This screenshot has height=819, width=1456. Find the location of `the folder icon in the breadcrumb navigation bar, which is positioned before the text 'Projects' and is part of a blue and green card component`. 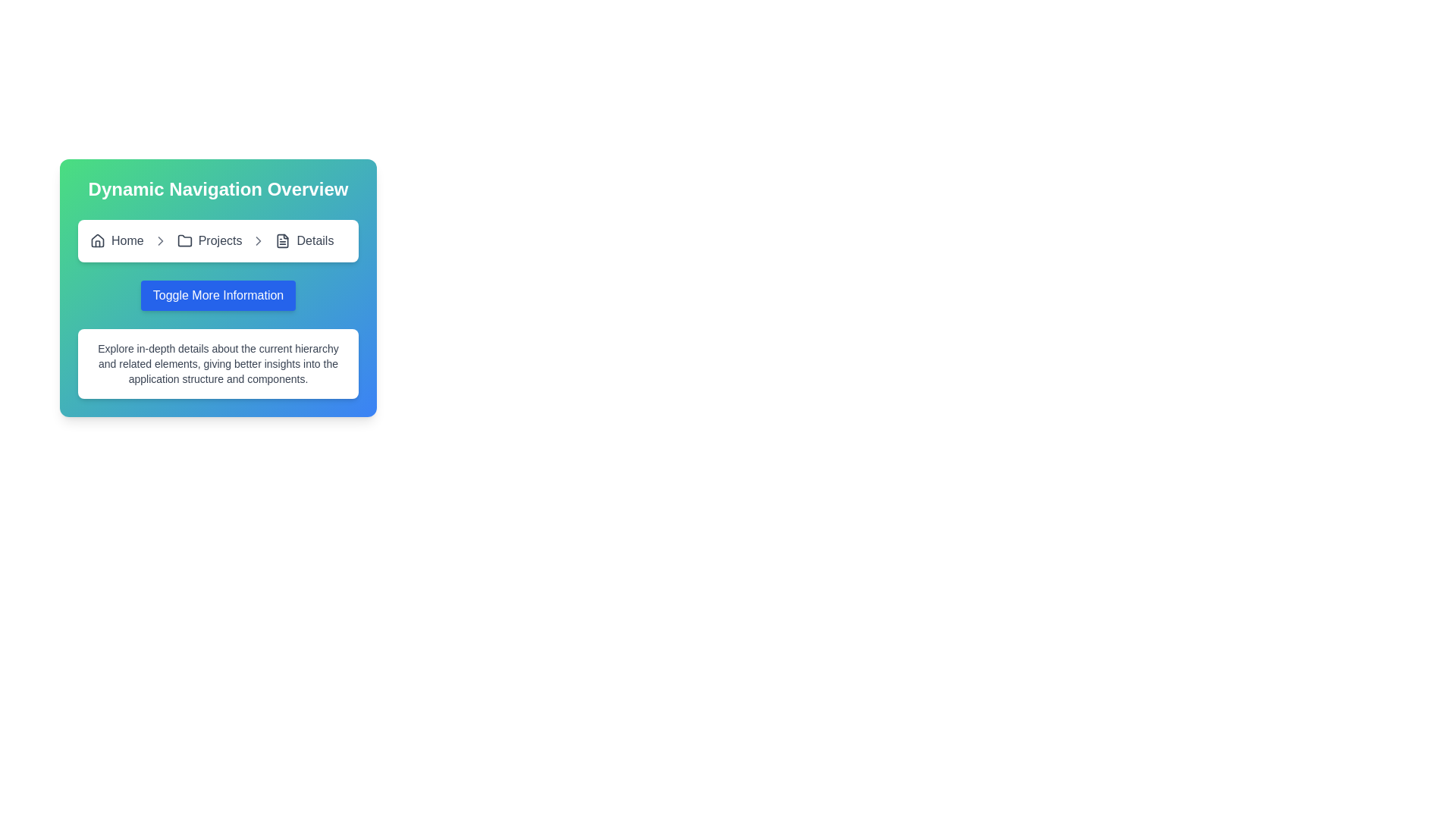

the folder icon in the breadcrumb navigation bar, which is positioned before the text 'Projects' and is part of a blue and green card component is located at coordinates (184, 240).